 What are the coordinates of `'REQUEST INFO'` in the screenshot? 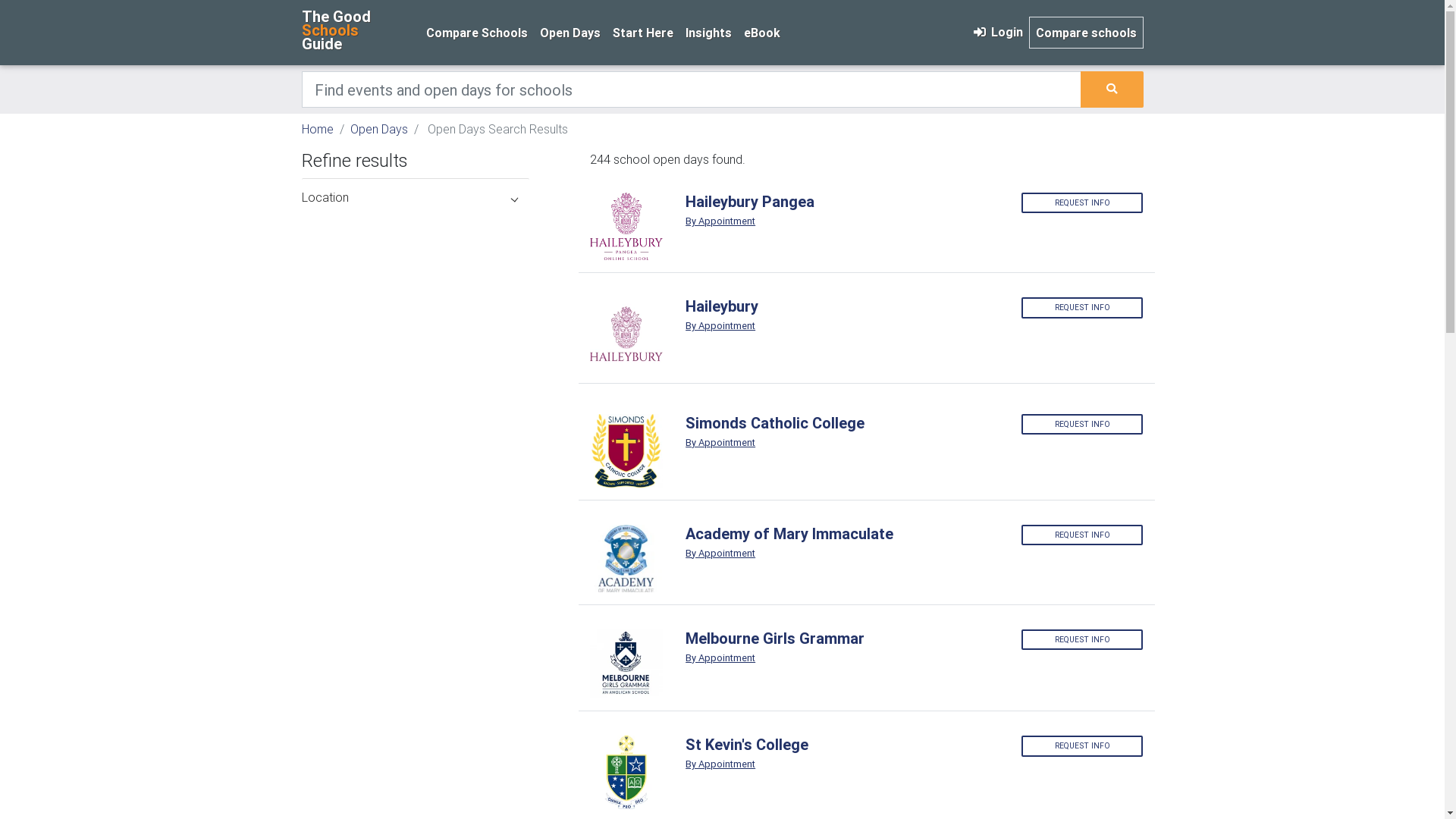 It's located at (1081, 202).